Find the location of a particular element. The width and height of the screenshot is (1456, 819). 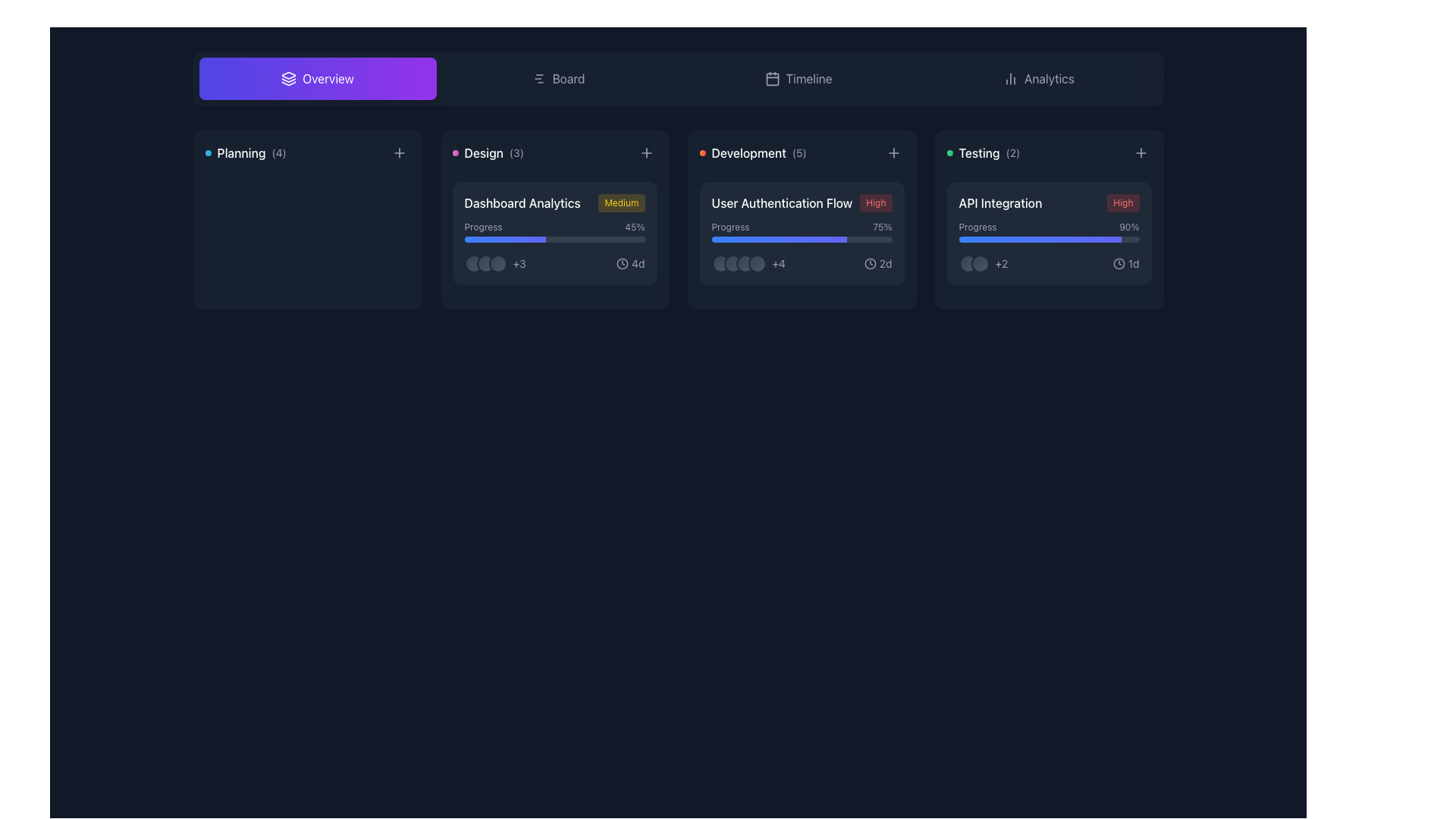

the percentage visually represented by the filled portion of the progress bar under the 'User Authentication Flow' card in the 'Development' section is located at coordinates (779, 239).